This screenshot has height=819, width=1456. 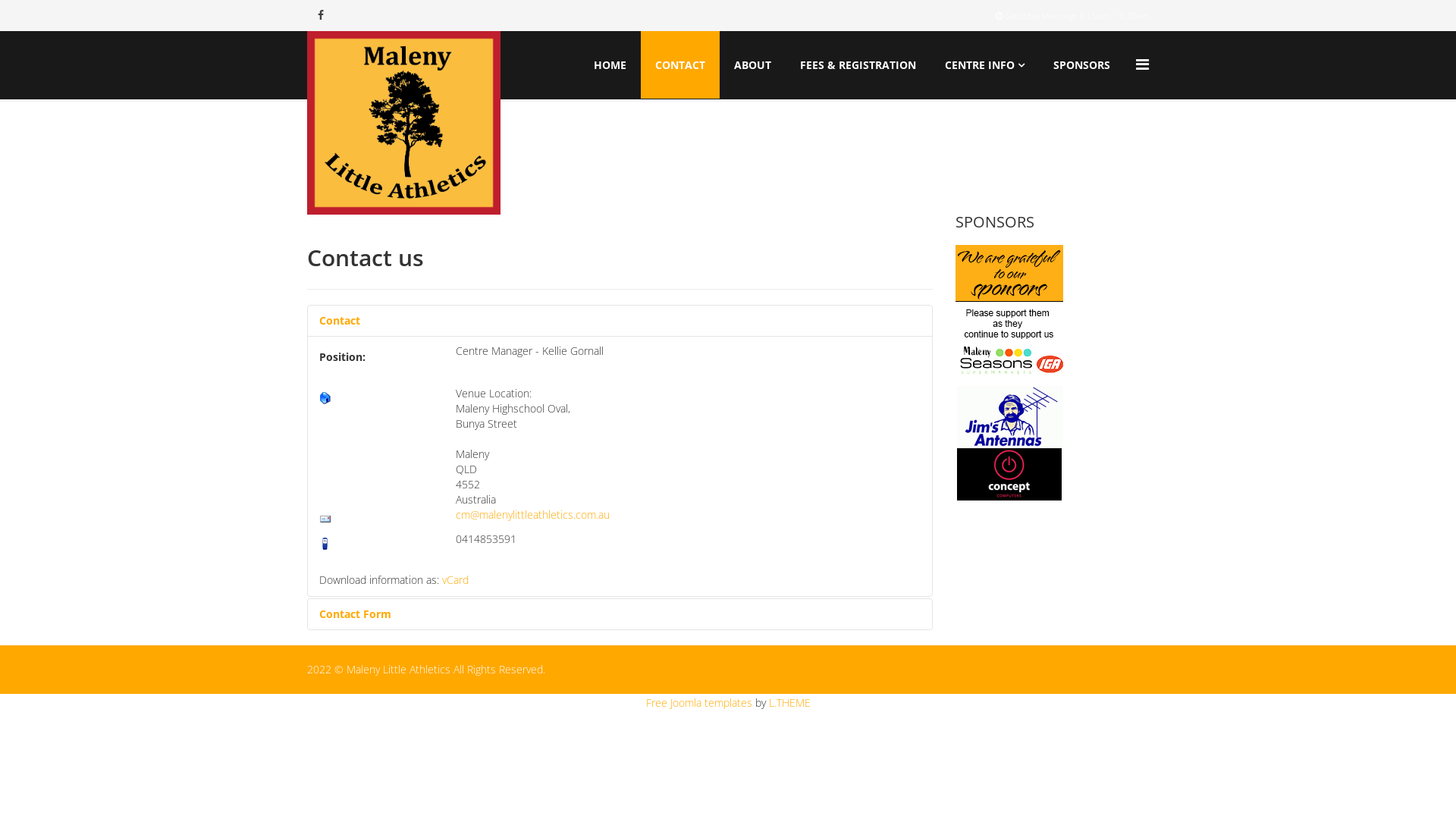 What do you see at coordinates (698, 702) in the screenshot?
I see `'Free Joomla templates'` at bounding box center [698, 702].